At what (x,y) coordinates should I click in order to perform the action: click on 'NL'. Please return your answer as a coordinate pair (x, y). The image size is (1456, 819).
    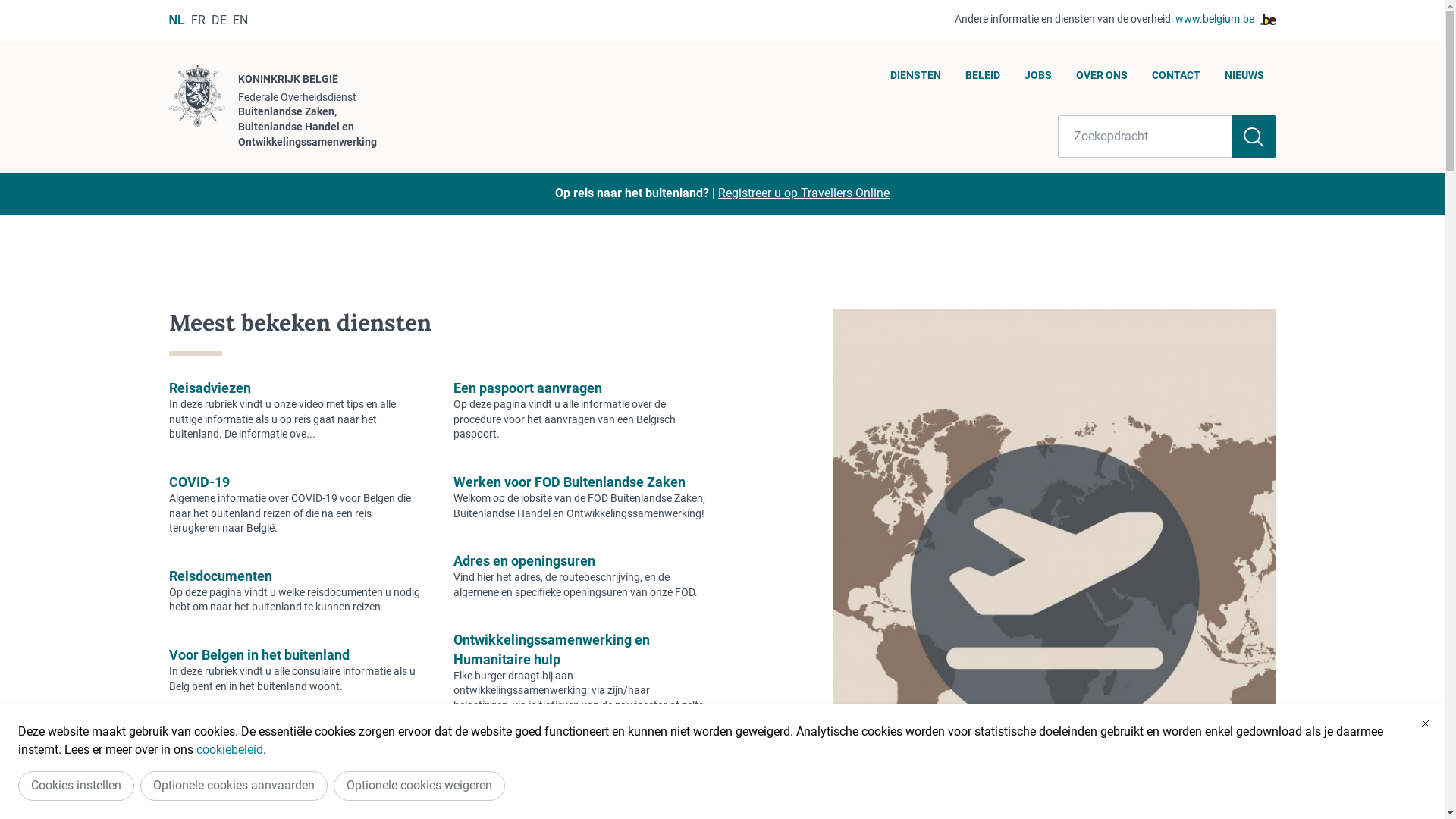
    Looking at the image, I should click on (168, 20).